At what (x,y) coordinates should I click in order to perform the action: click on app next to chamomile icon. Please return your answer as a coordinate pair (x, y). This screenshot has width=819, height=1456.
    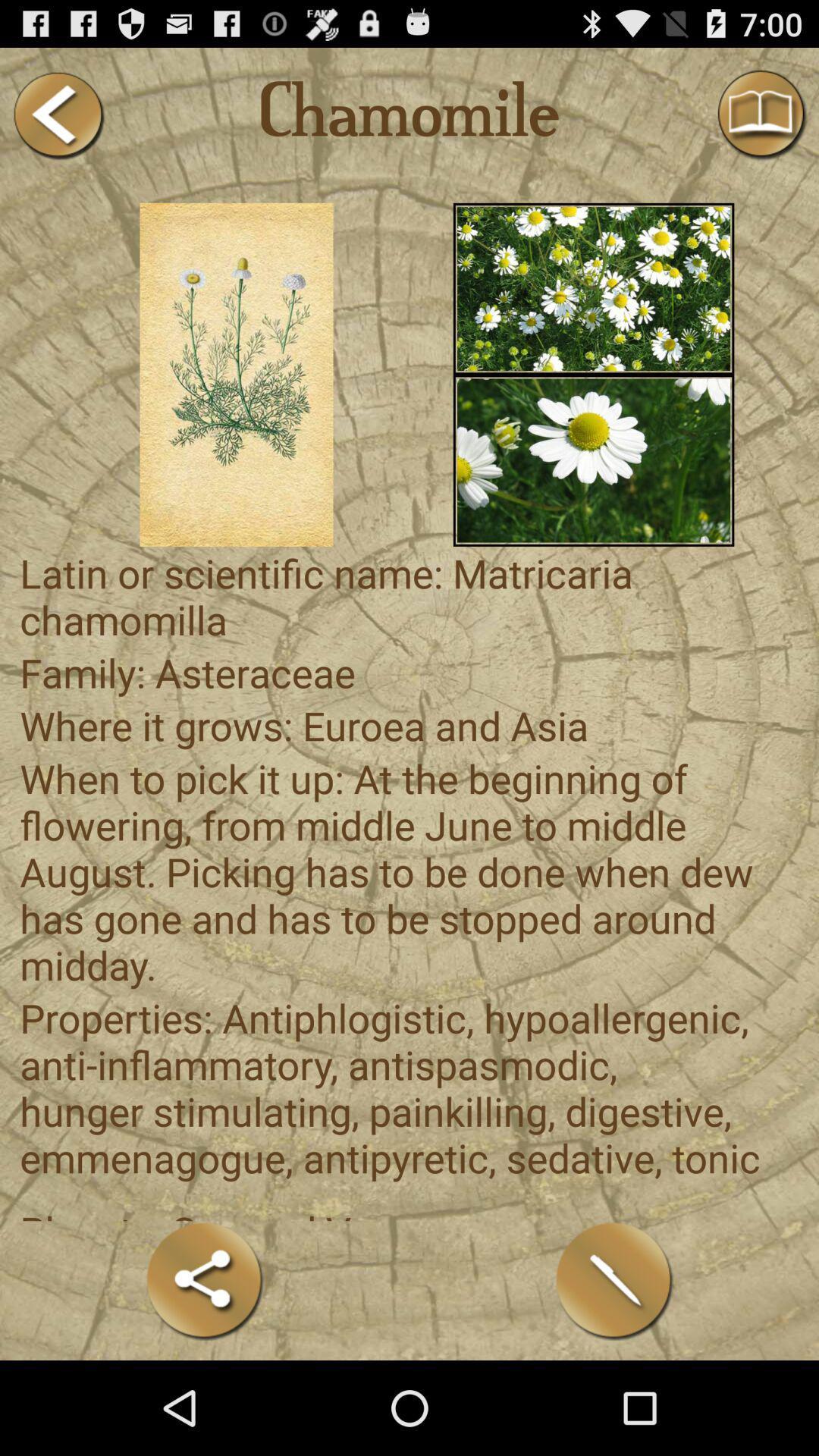
    Looking at the image, I should click on (57, 115).